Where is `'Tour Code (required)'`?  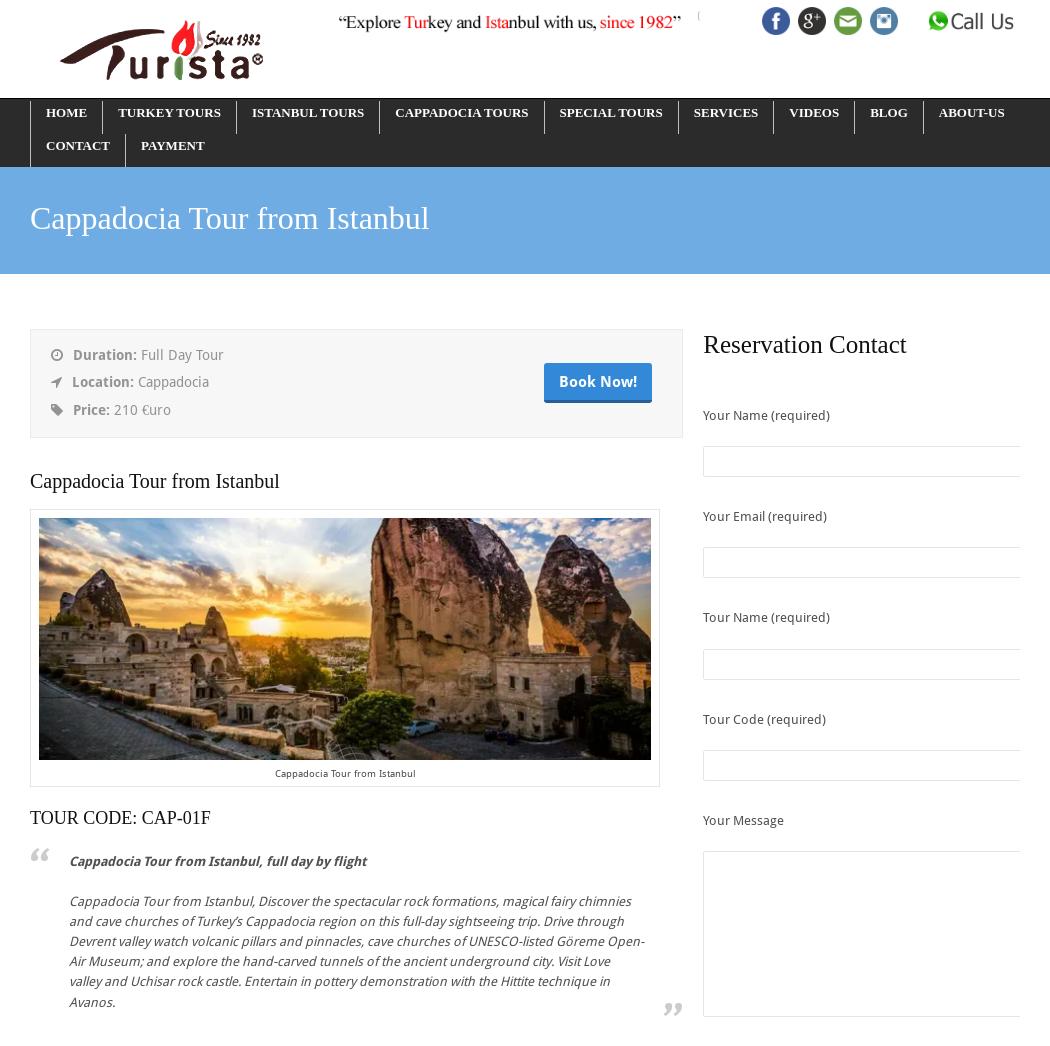
'Tour Code (required)' is located at coordinates (764, 718).